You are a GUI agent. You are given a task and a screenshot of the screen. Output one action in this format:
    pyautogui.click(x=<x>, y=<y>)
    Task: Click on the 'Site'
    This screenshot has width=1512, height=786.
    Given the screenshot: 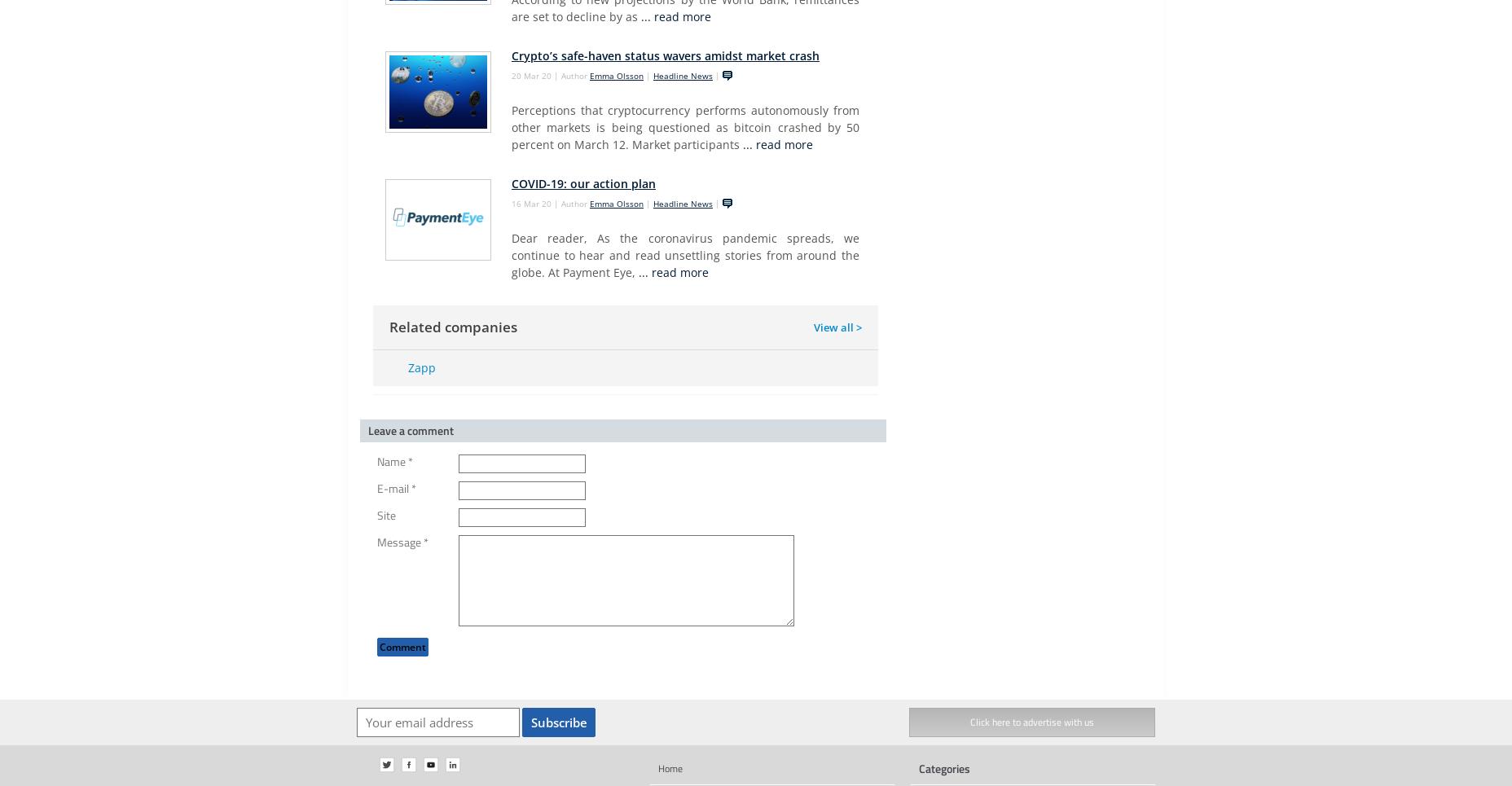 What is the action you would take?
    pyautogui.click(x=385, y=515)
    